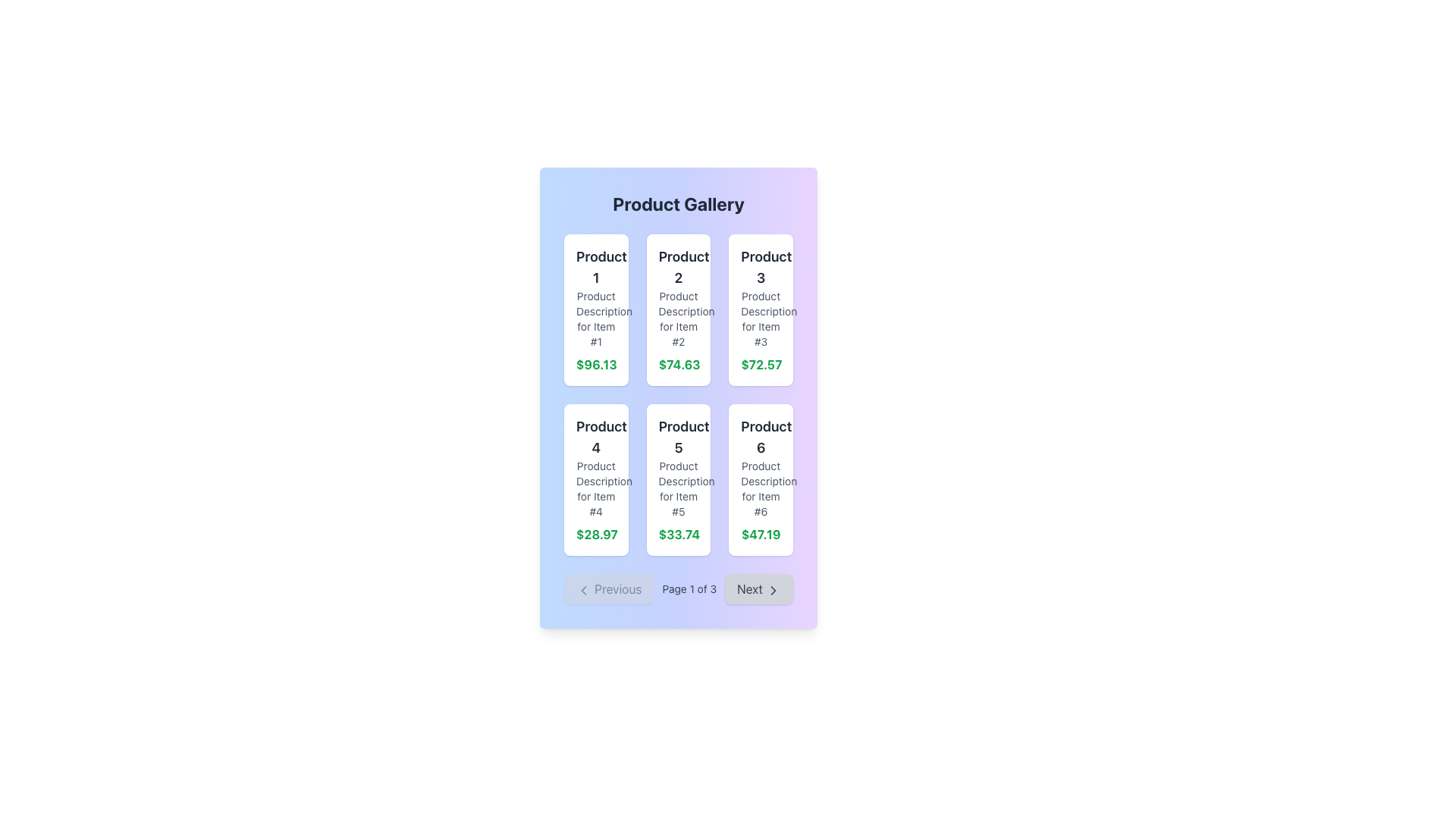 The width and height of the screenshot is (1456, 819). What do you see at coordinates (761, 267) in the screenshot?
I see `on the product title label which identifies the product by its name or number, positioned above the description and price in the product card` at bounding box center [761, 267].